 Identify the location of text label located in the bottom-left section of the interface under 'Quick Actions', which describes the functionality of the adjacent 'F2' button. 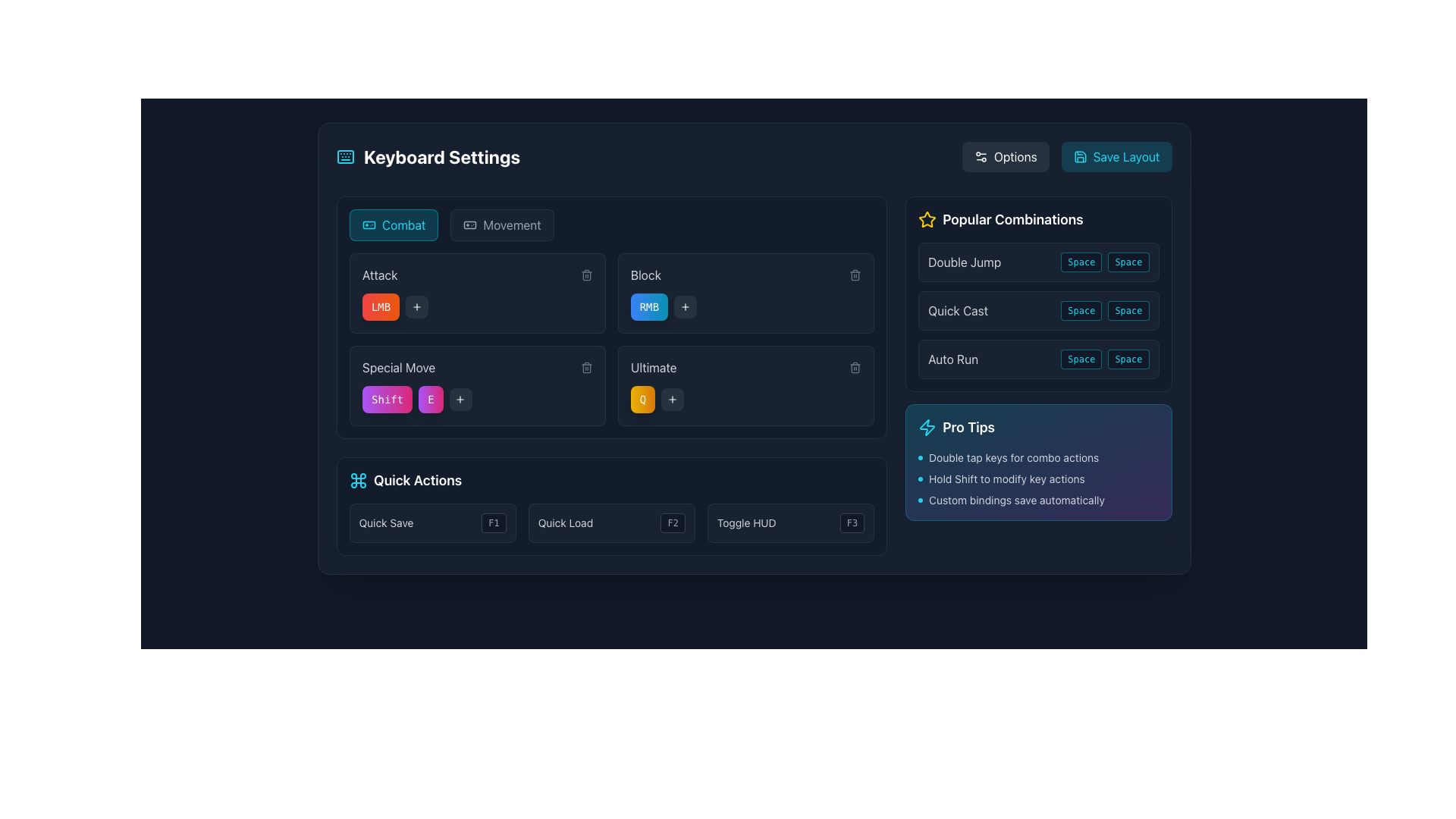
(564, 522).